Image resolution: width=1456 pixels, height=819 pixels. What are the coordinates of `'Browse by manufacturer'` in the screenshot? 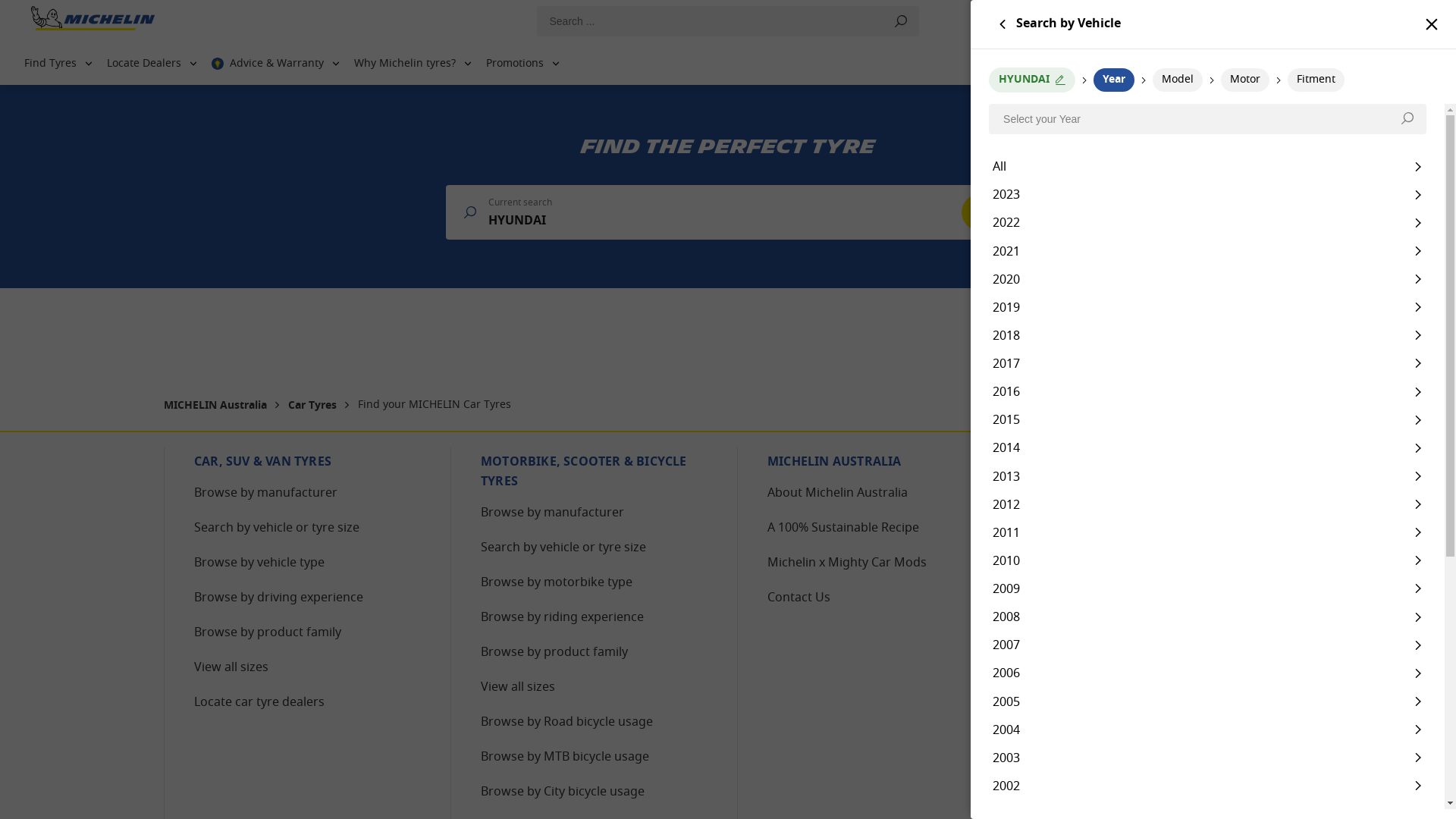 It's located at (193, 494).